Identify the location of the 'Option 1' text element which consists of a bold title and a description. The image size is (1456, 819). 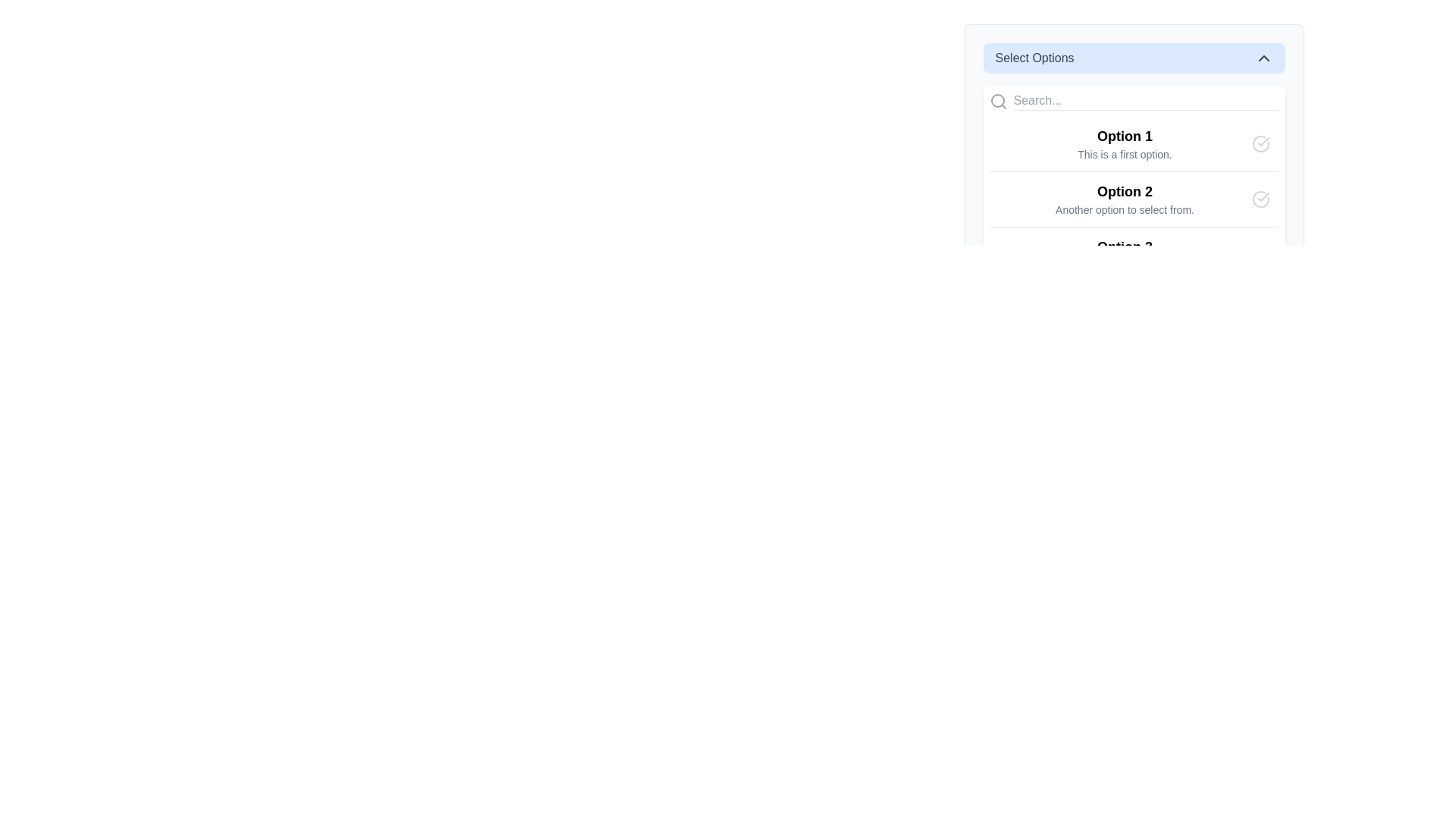
(1125, 143).